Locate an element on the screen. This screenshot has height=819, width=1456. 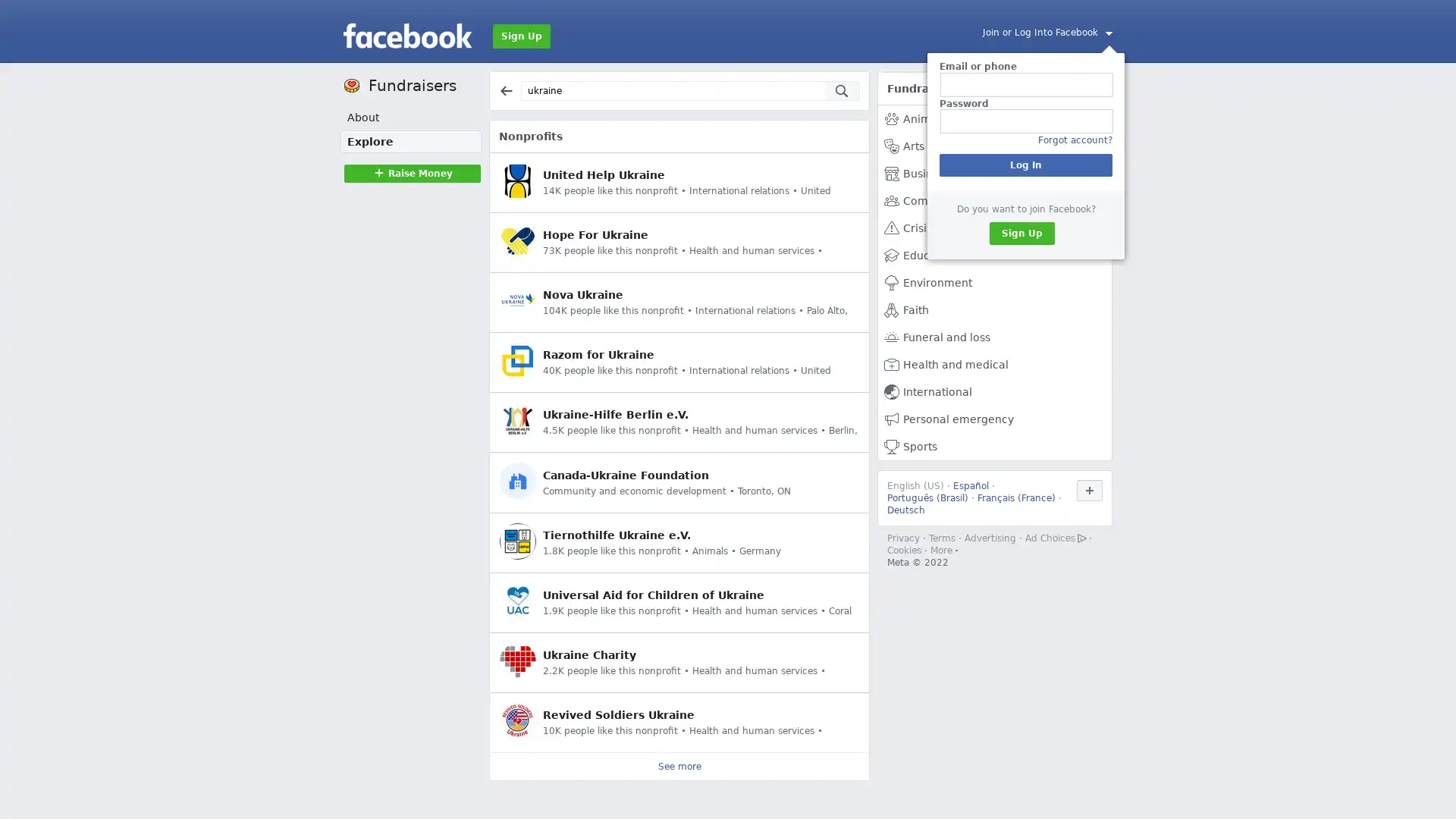
Sign Up is located at coordinates (521, 35).